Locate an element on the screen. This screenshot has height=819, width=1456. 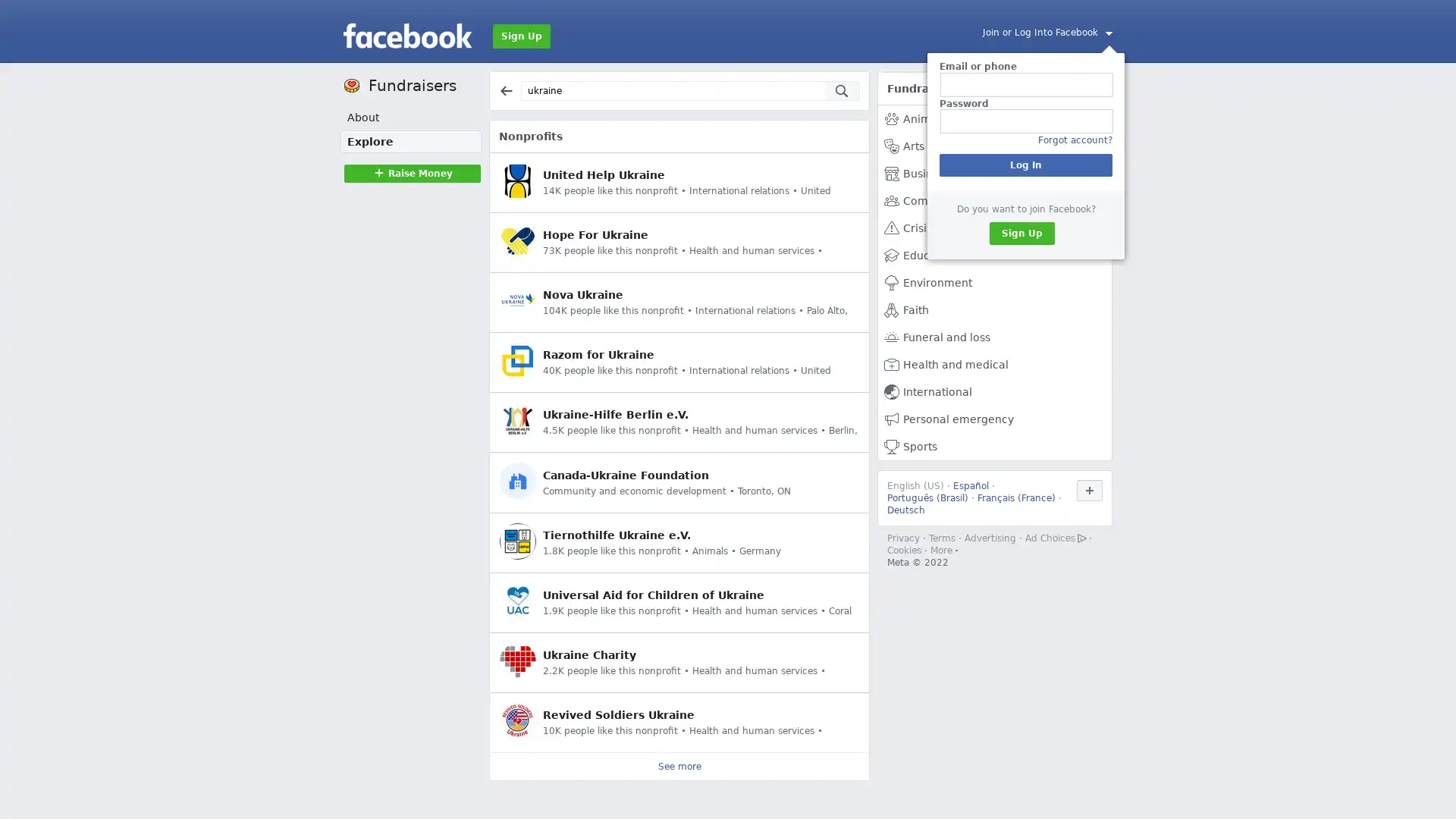
Sign Up is located at coordinates (521, 35).